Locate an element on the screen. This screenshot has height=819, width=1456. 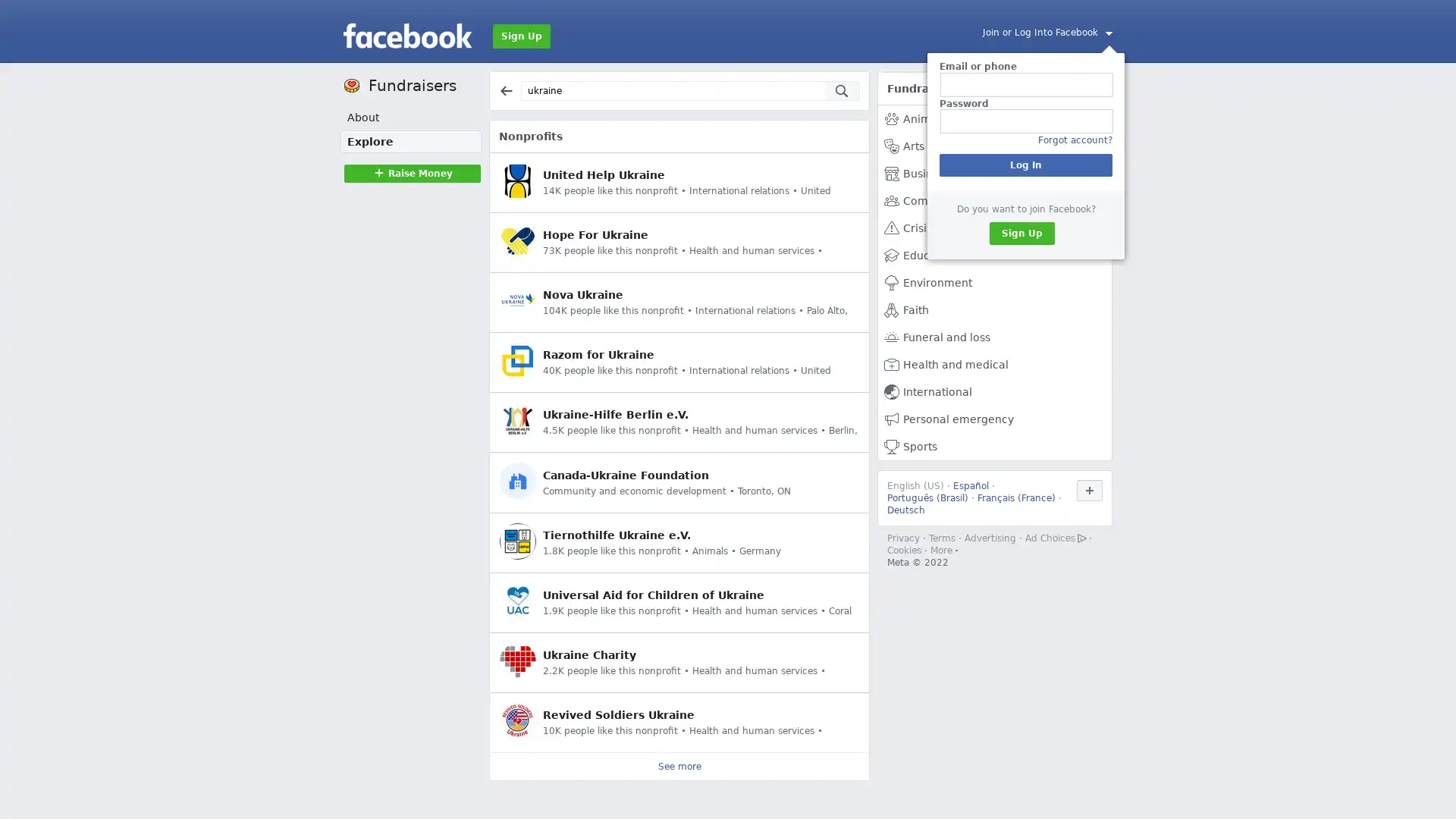
Sign Up is located at coordinates (521, 35).